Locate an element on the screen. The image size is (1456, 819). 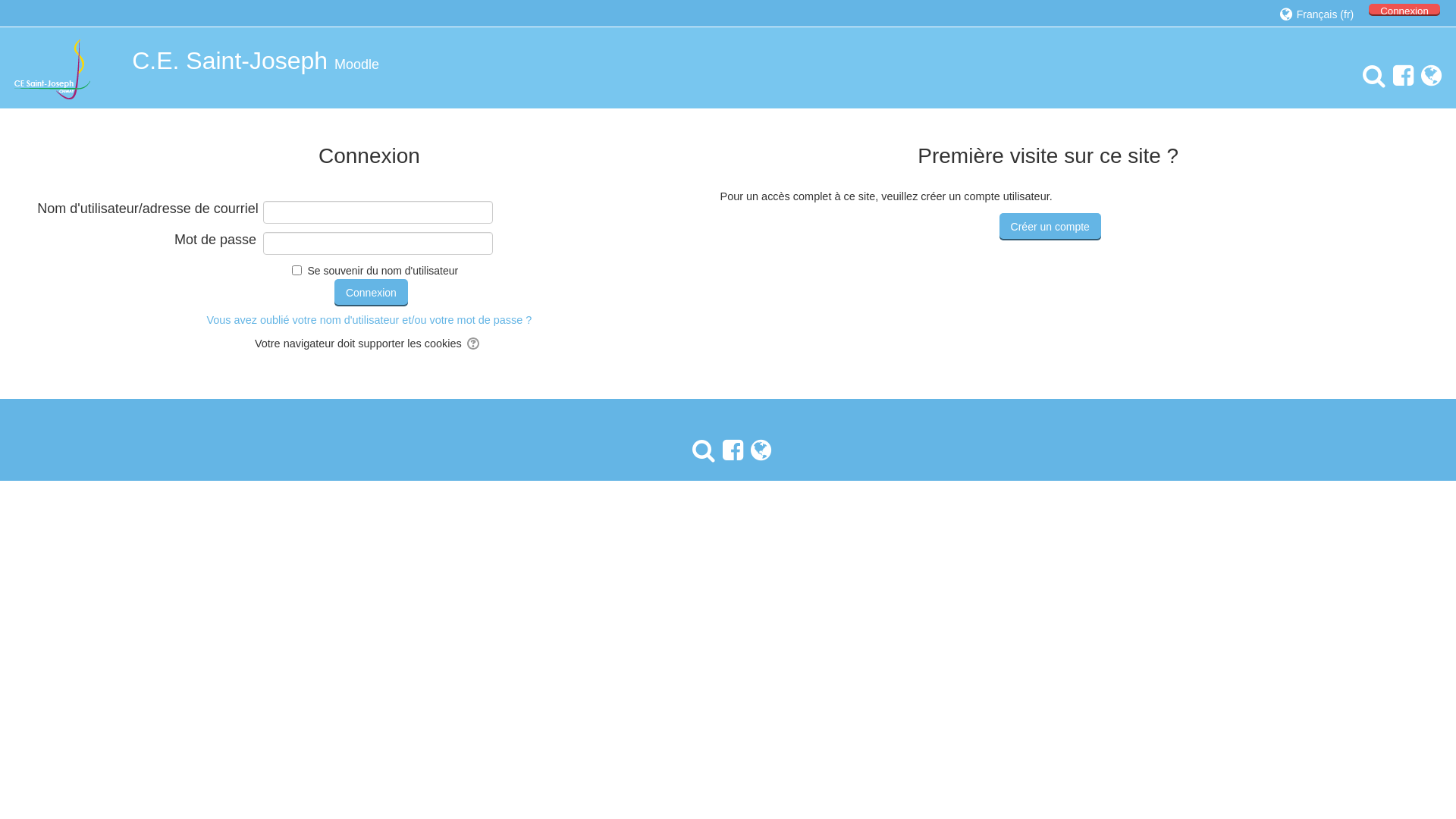
'Aide sur Votre navigateur doit supporter les cookies' is located at coordinates (473, 343).